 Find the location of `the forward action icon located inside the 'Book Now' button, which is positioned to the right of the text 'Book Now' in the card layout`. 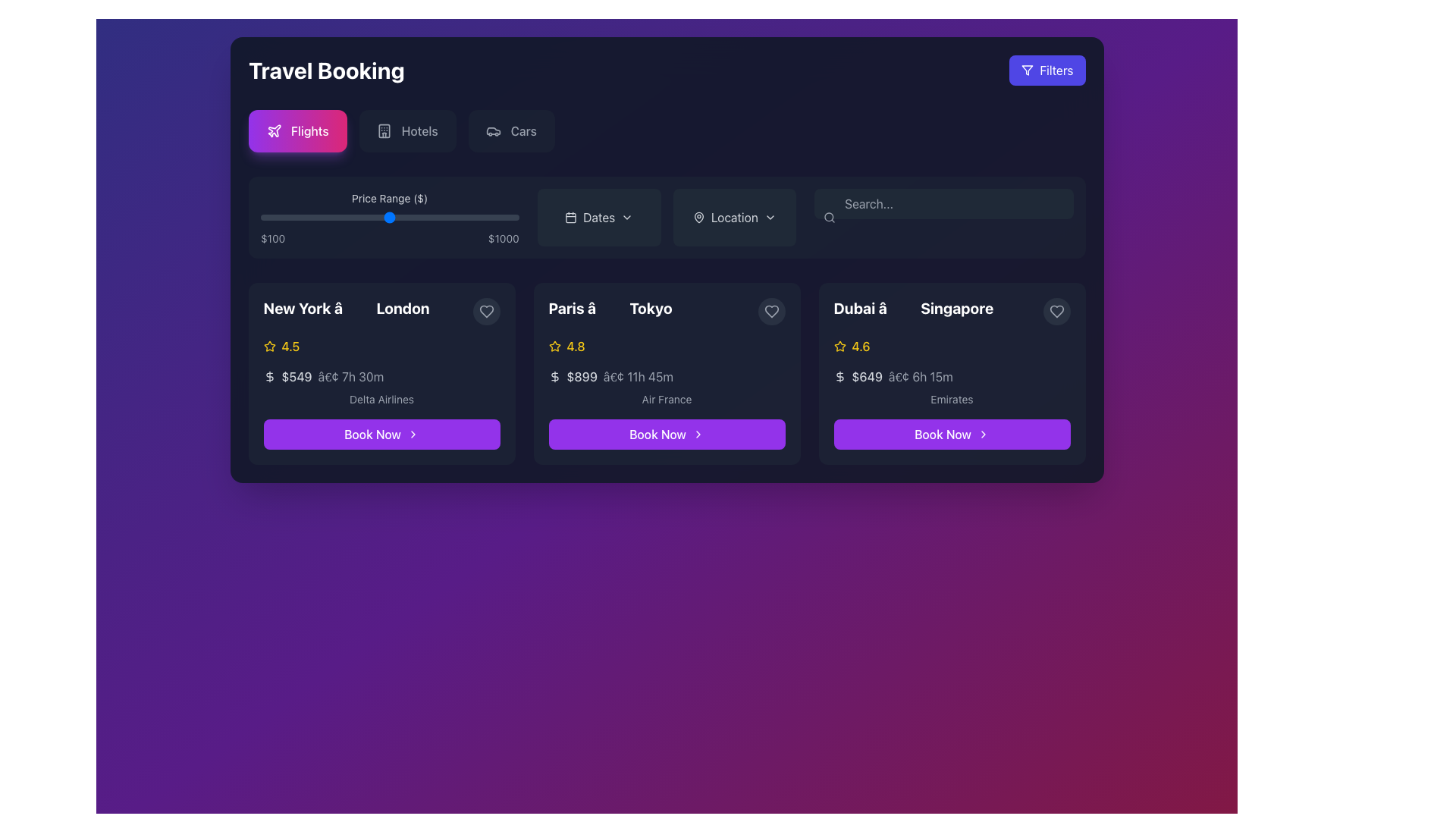

the forward action icon located inside the 'Book Now' button, which is positioned to the right of the text 'Book Now' in the card layout is located at coordinates (413, 435).